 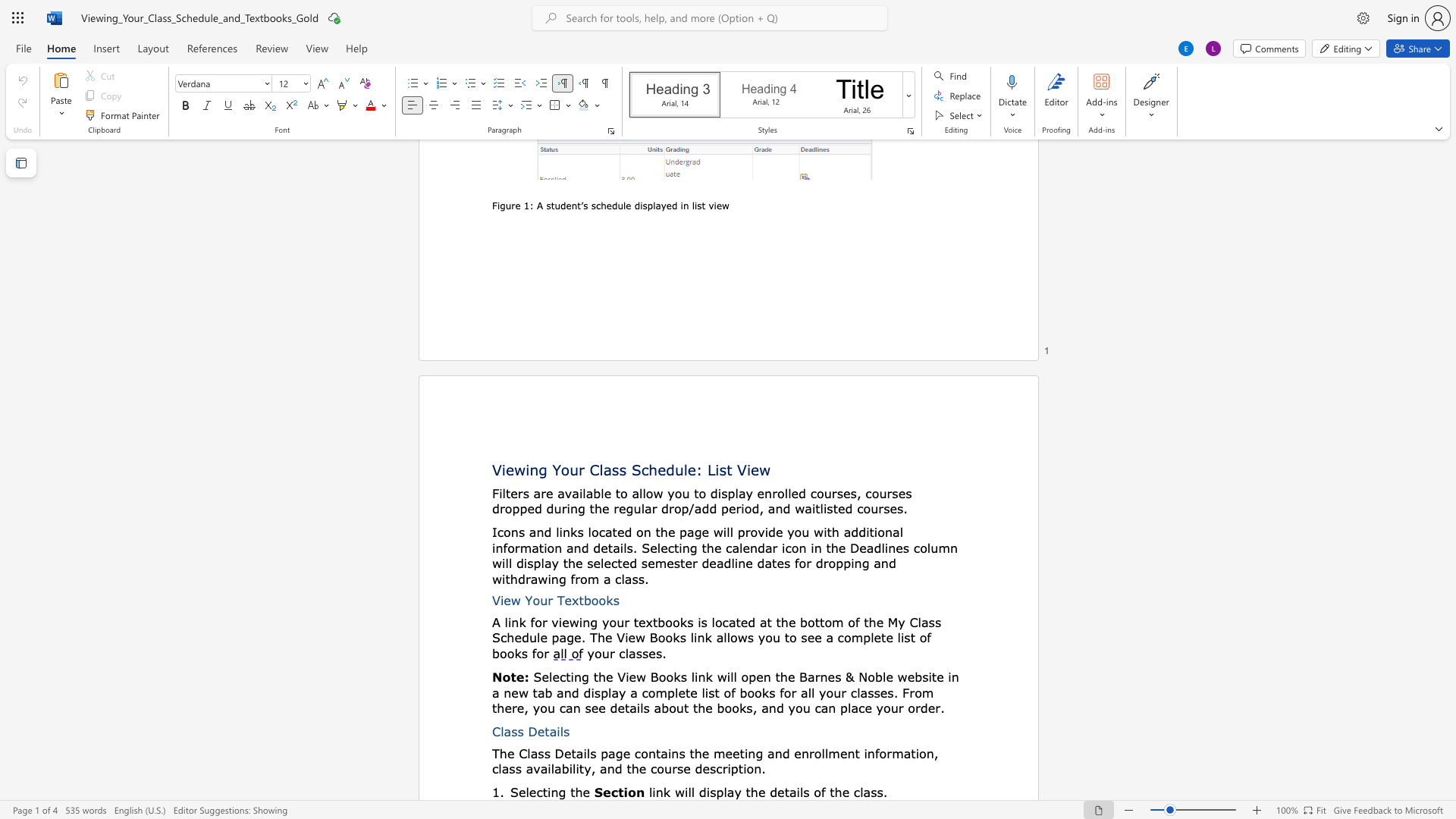 I want to click on the 1th character "s" in the text, so click(x=616, y=599).